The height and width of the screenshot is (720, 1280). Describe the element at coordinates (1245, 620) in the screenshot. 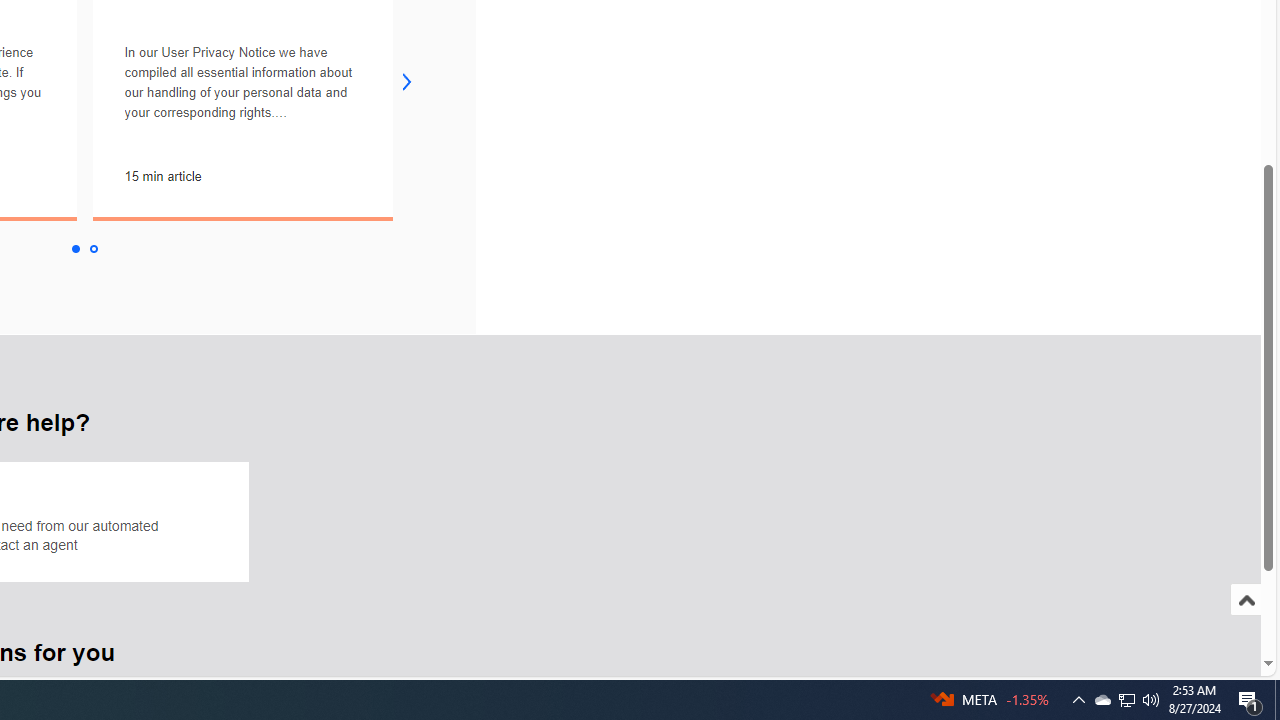

I see `'Scroll to top'` at that location.